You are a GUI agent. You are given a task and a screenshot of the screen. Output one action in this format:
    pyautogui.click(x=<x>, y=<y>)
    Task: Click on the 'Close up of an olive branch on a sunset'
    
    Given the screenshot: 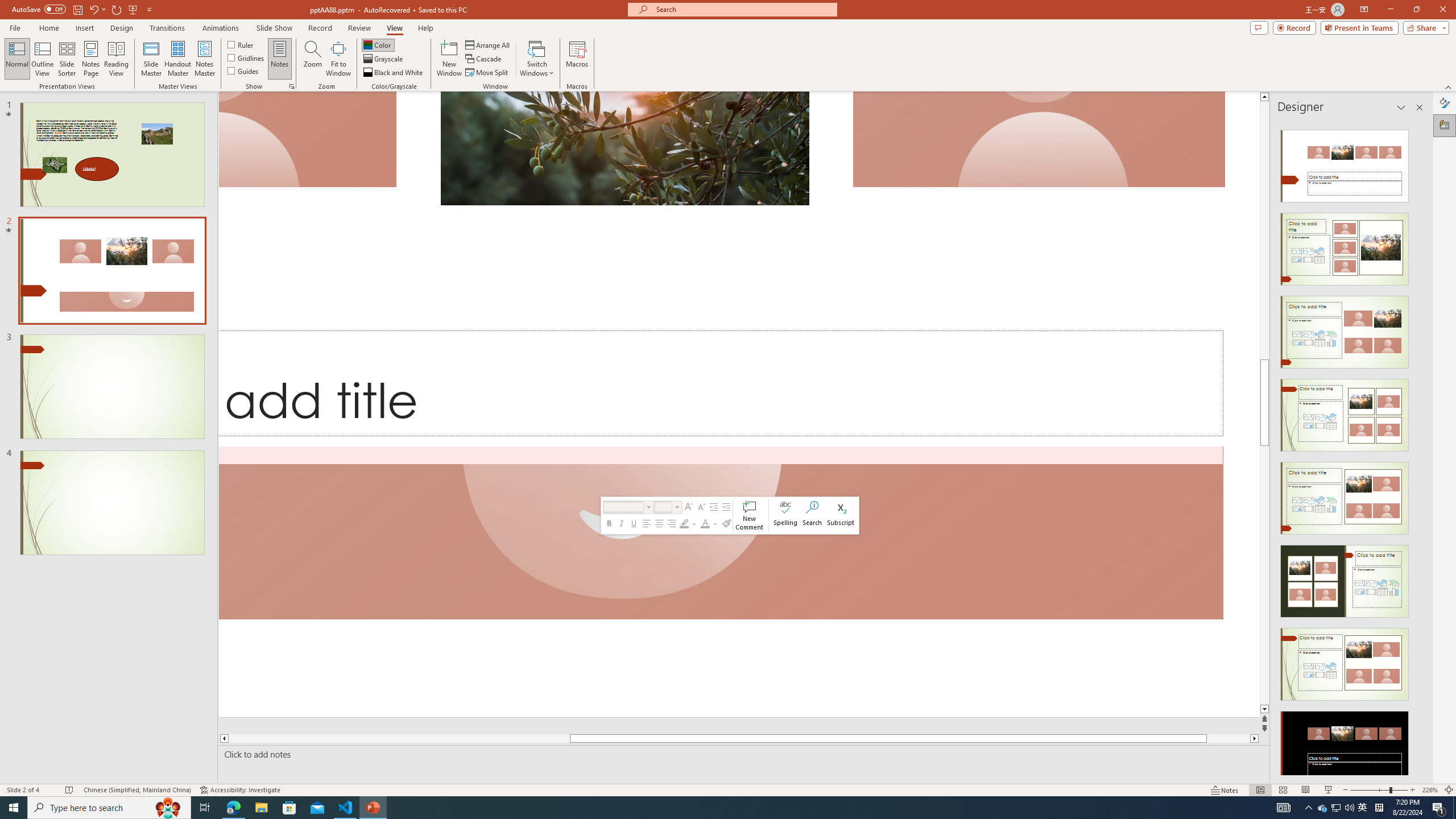 What is the action you would take?
    pyautogui.click(x=624, y=148)
    